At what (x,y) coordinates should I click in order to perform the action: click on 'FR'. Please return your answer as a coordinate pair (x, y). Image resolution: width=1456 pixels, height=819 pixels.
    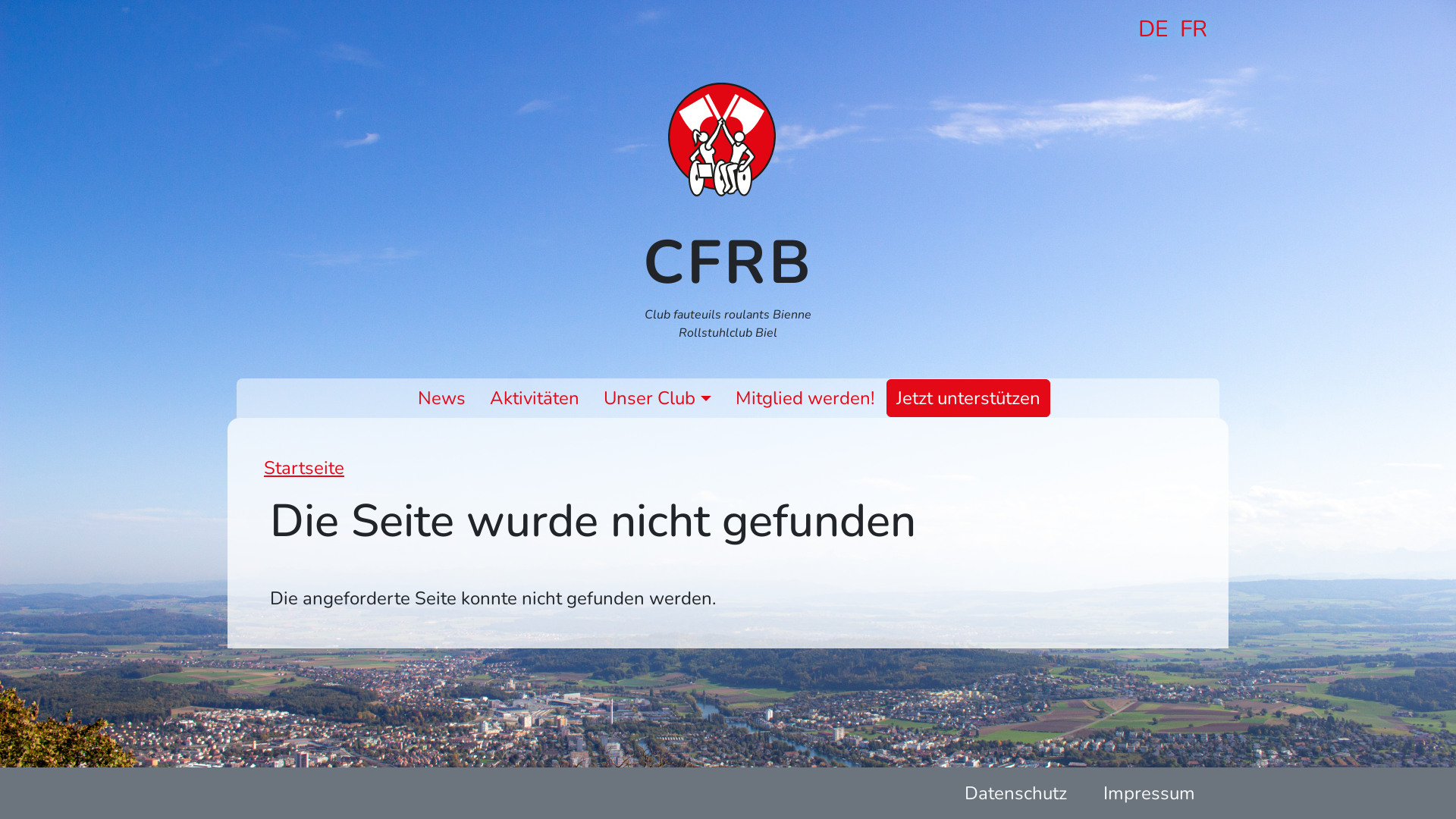
    Looking at the image, I should click on (1193, 29).